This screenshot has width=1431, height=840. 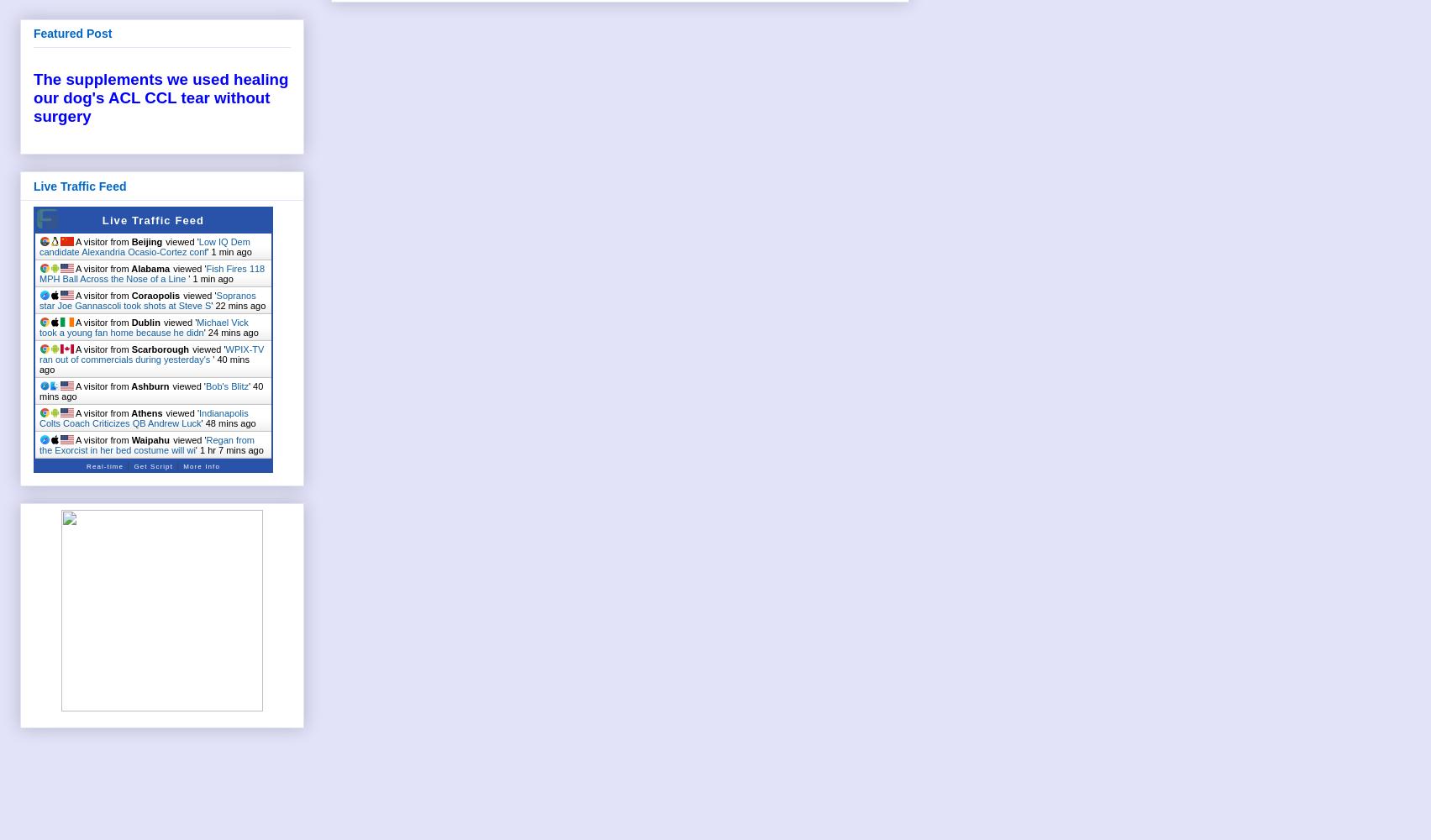 What do you see at coordinates (229, 423) in the screenshot?
I see `'48 mins ago'` at bounding box center [229, 423].